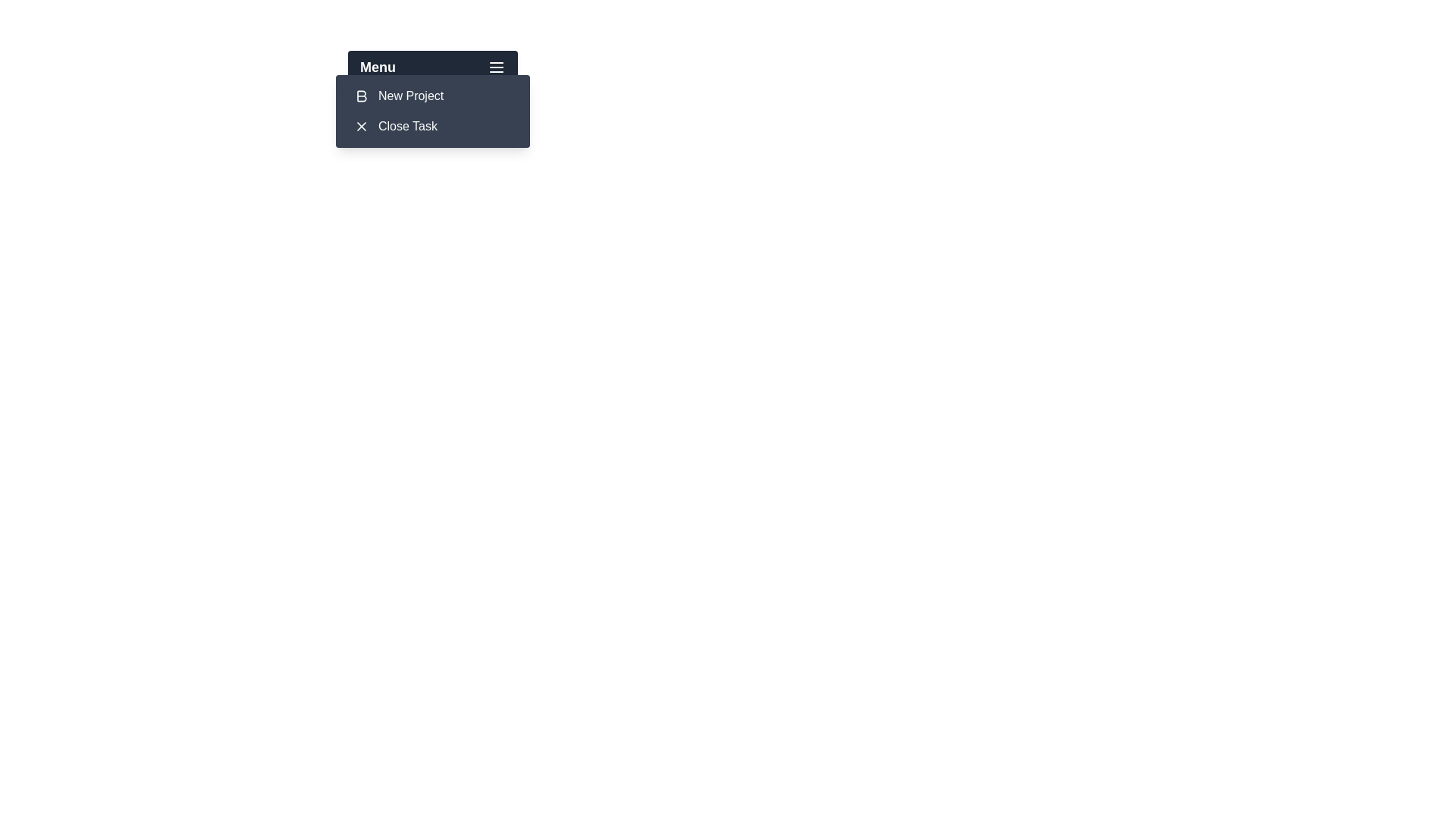 This screenshot has height=819, width=1456. Describe the element at coordinates (496, 66) in the screenshot. I see `the toggle button located at the top-right corner of the navigation bar` at that location.